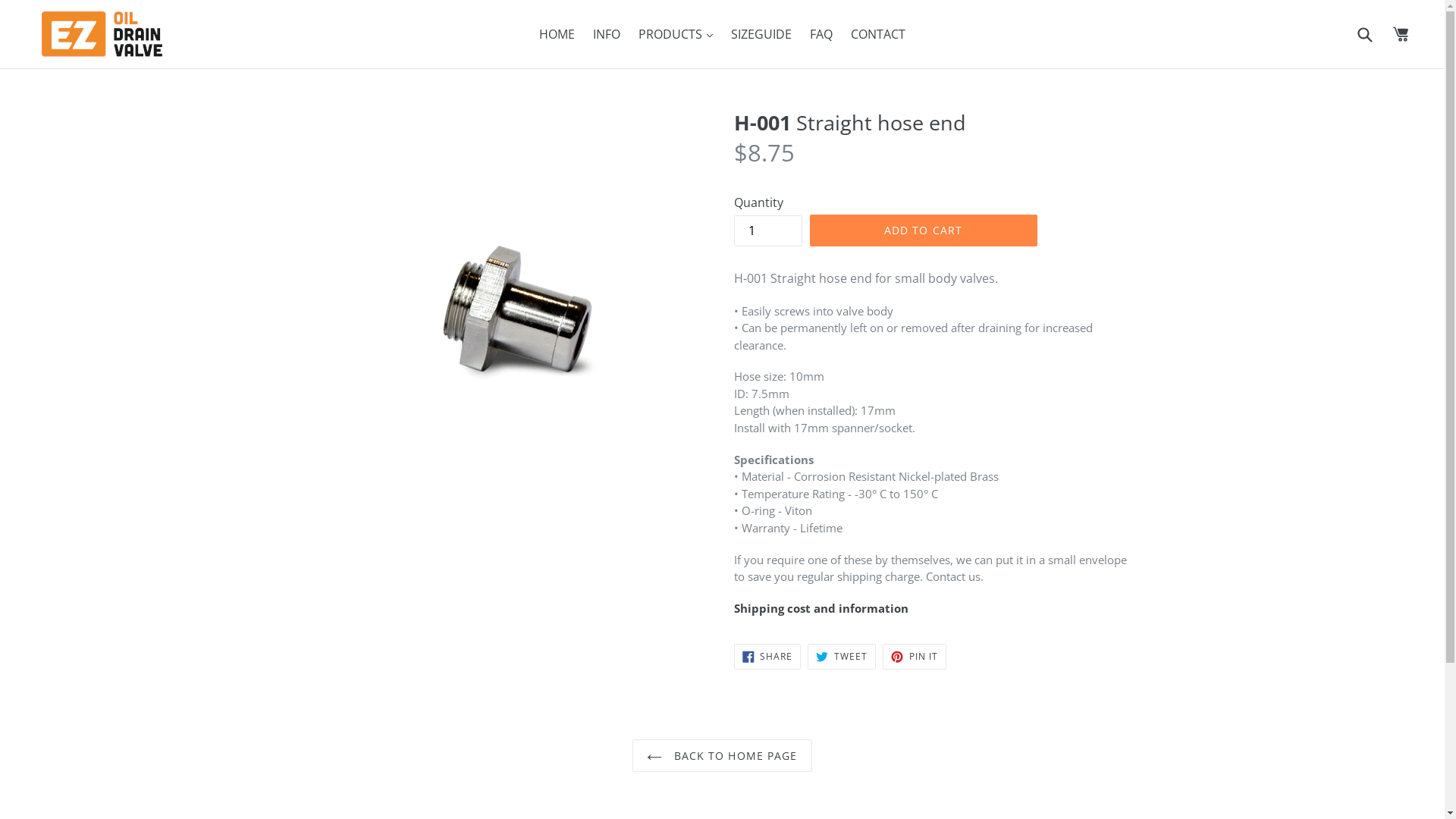 Image resolution: width=1456 pixels, height=819 pixels. I want to click on 'TWEET, so click(840, 656).